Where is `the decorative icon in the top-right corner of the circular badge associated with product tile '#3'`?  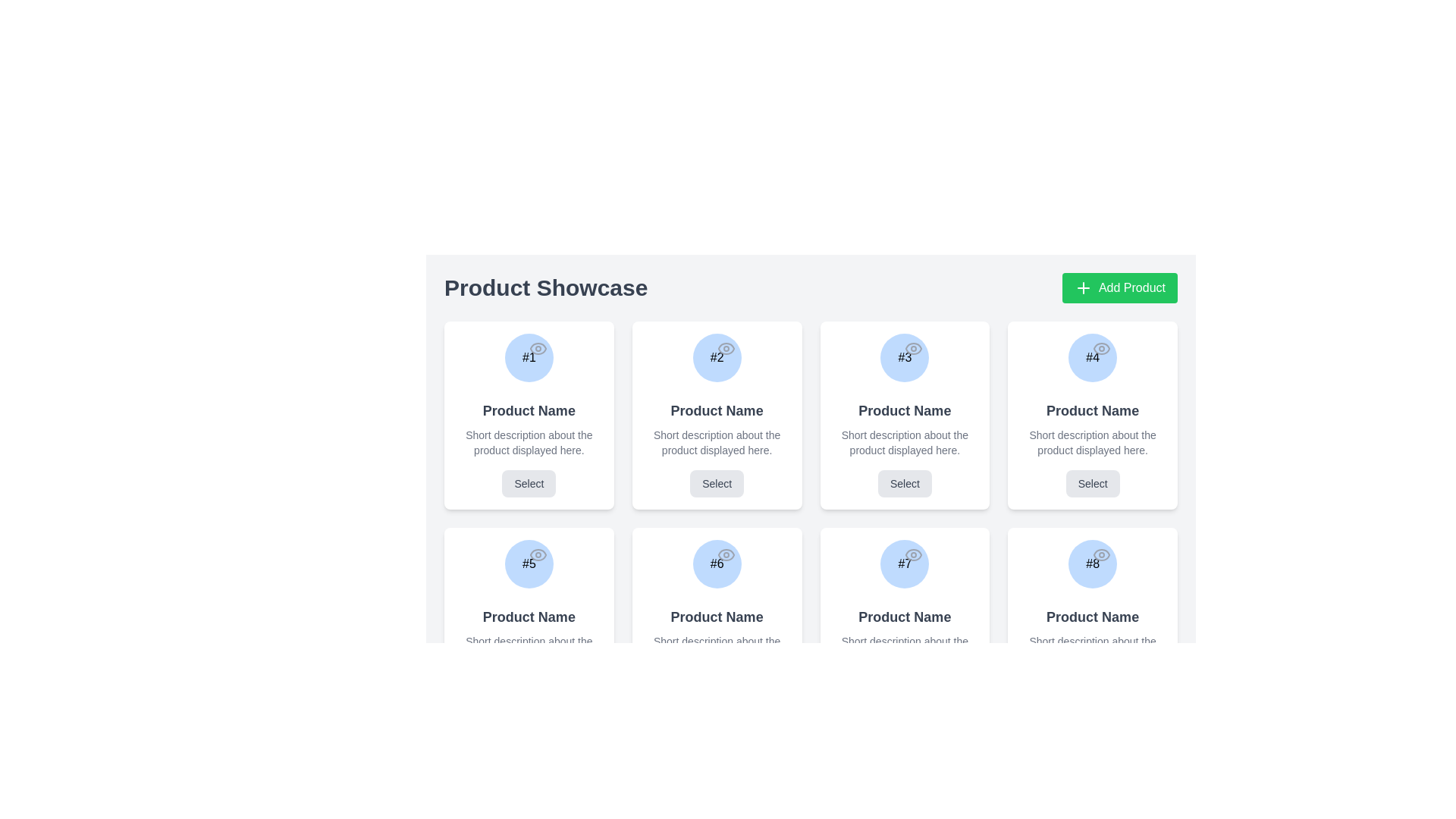
the decorative icon in the top-right corner of the circular badge associated with product tile '#3' is located at coordinates (913, 348).